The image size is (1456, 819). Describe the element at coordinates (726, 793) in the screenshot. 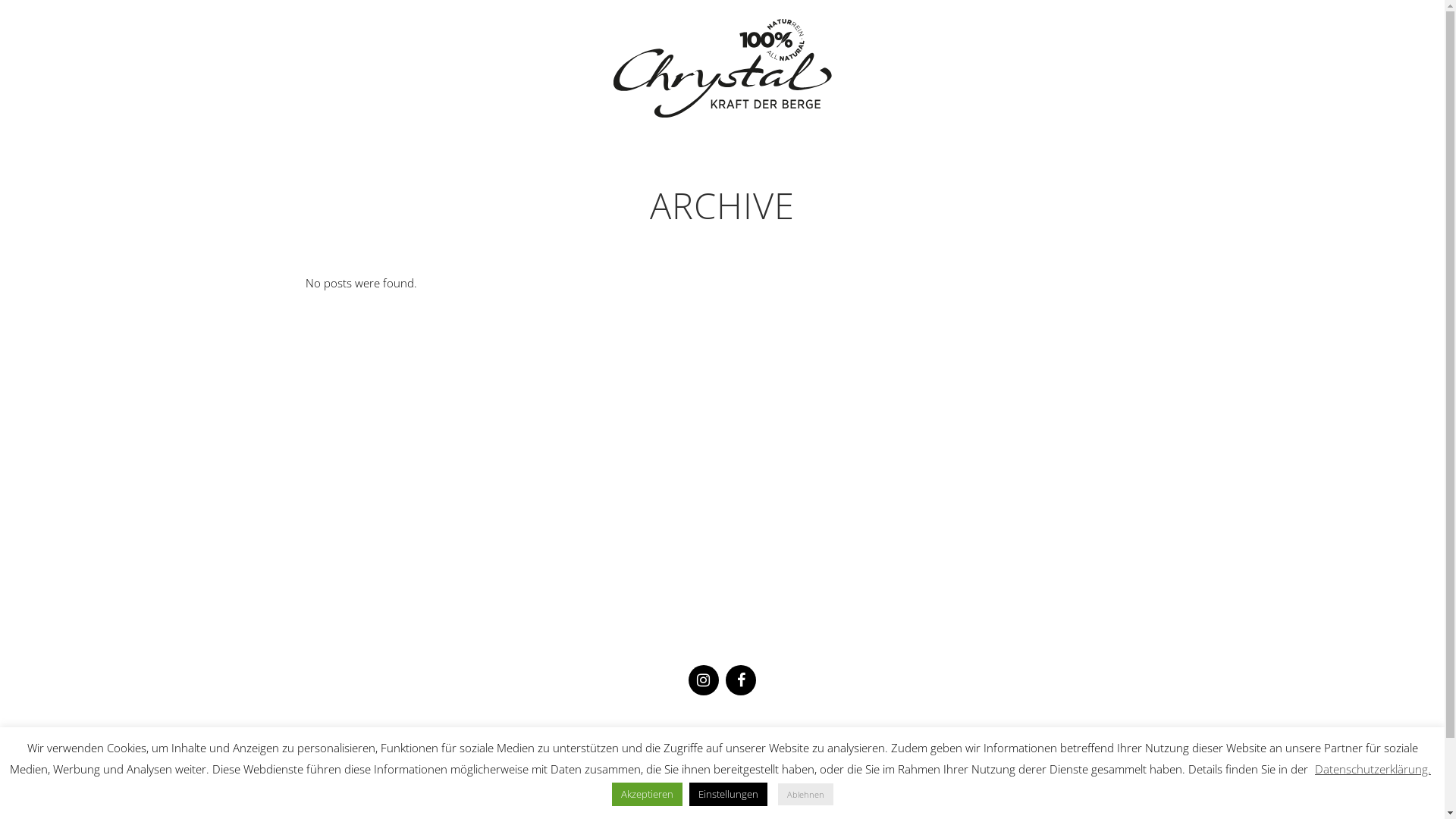

I see `'Einstellungen'` at that location.